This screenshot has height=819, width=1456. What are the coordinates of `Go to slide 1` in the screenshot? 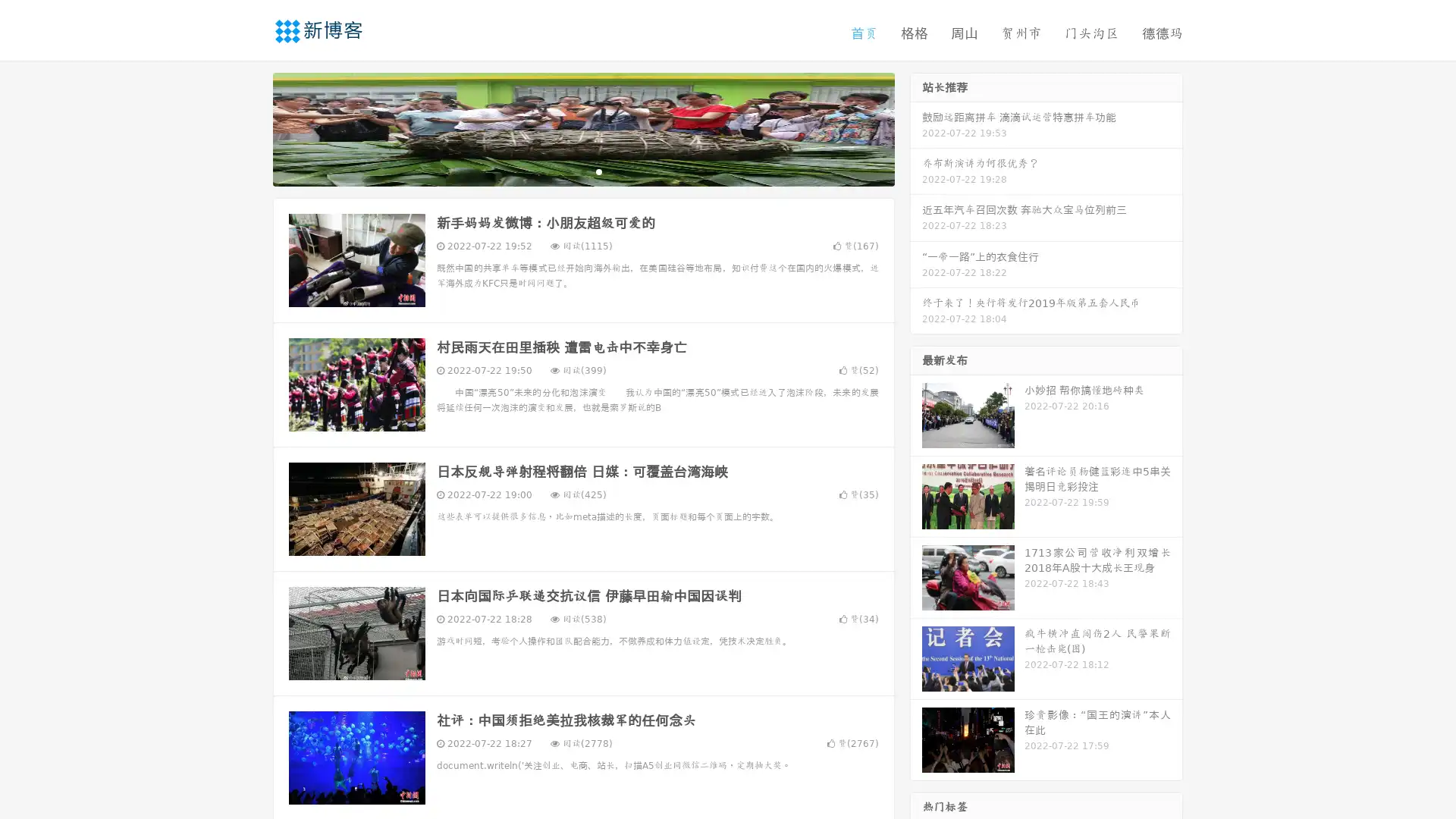 It's located at (567, 171).